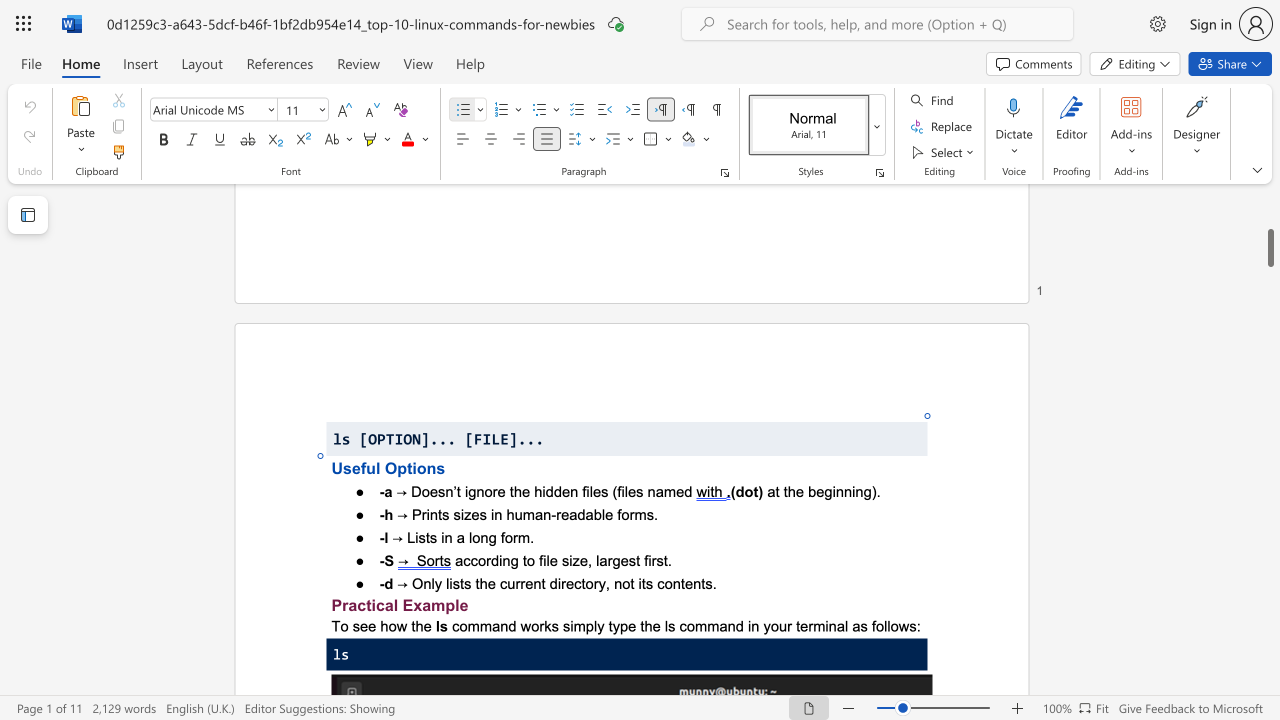  What do you see at coordinates (416, 583) in the screenshot?
I see `the 1th character "O" in the text` at bounding box center [416, 583].